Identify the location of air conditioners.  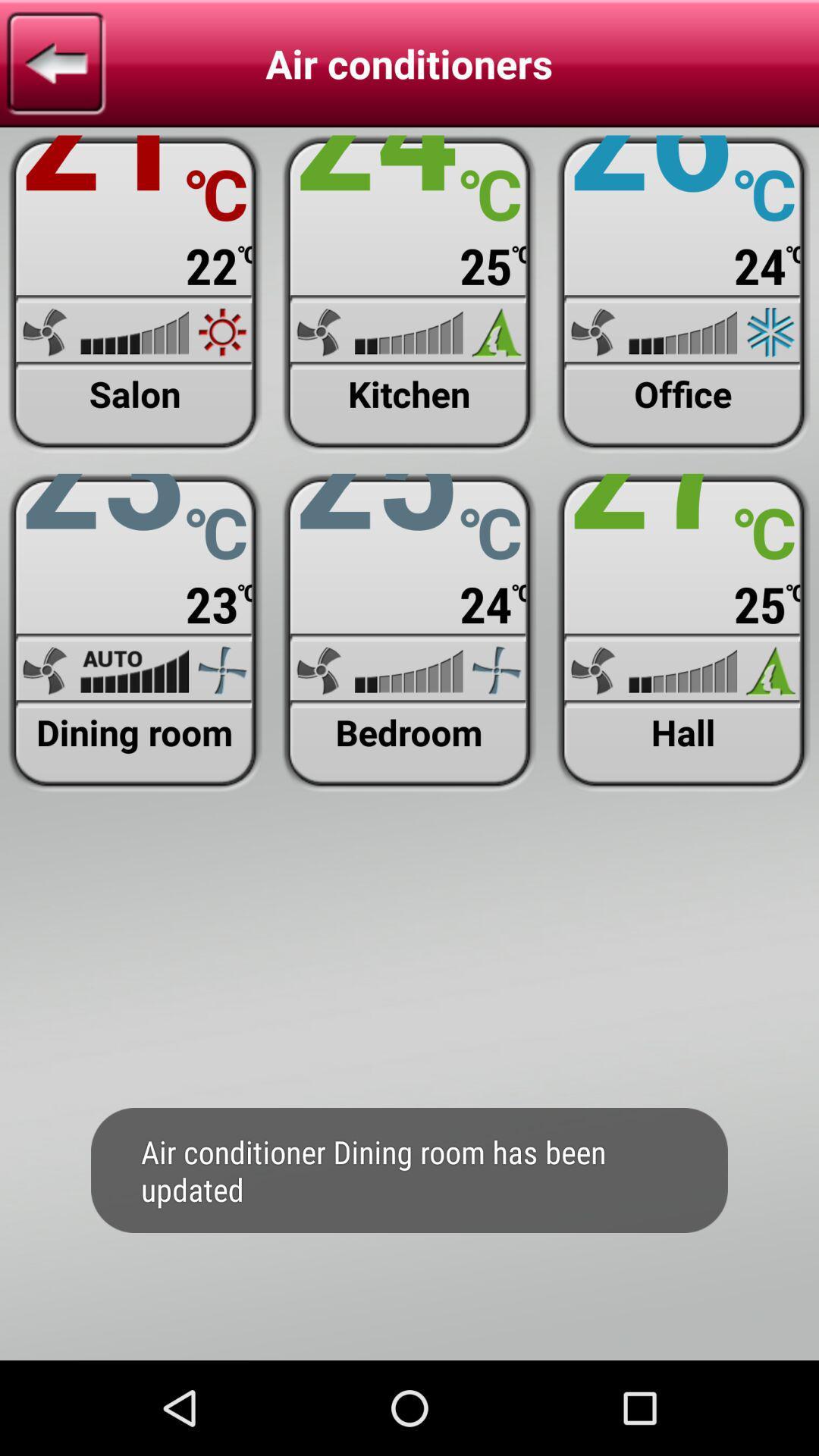
(408, 632).